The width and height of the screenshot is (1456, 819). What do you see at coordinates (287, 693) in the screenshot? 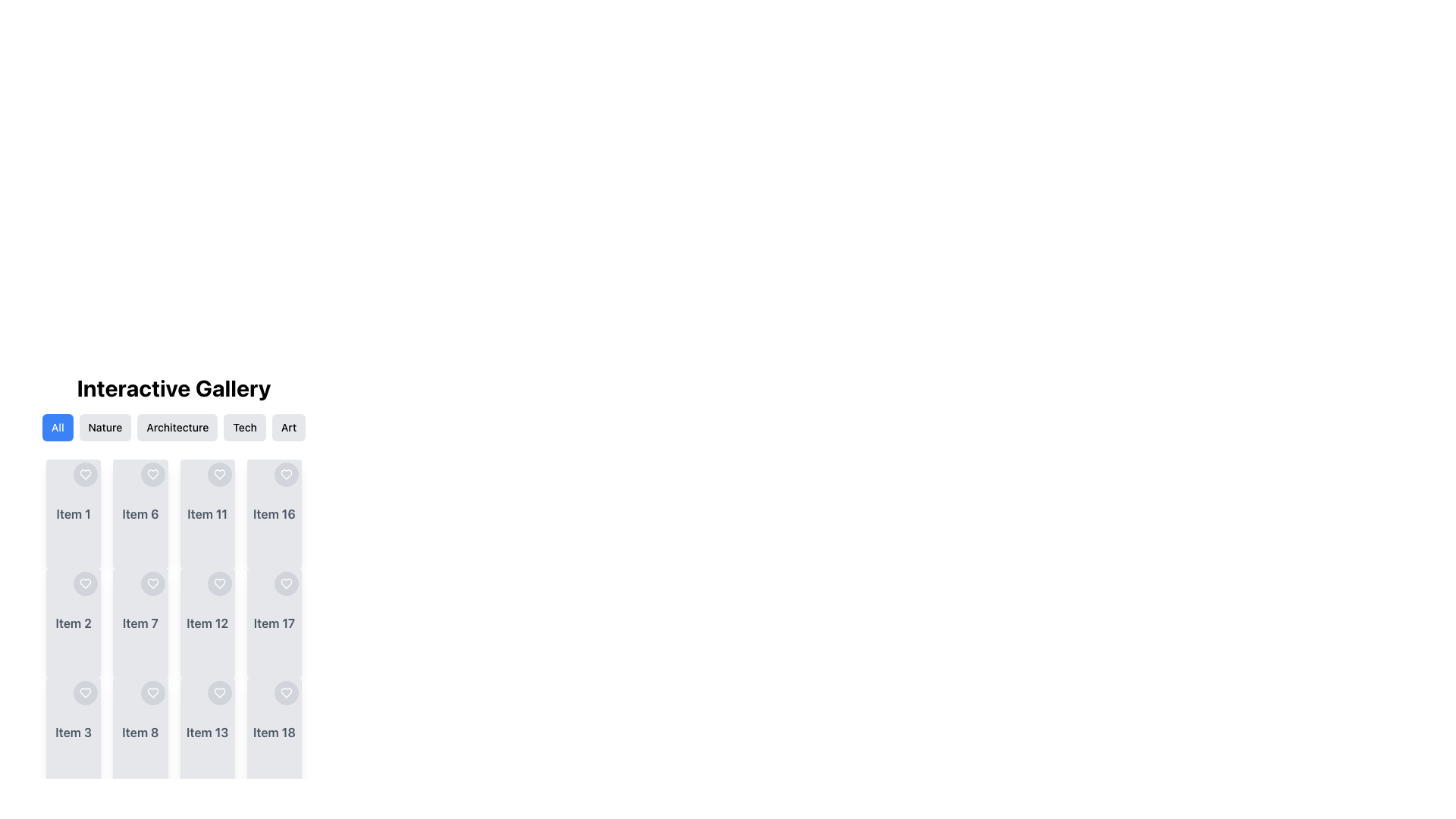
I see `on the heart-shaped icon representing the 'favorite' or 'like' action for Item 18 in the gallery, located in the fourth column of the grid layout` at bounding box center [287, 693].